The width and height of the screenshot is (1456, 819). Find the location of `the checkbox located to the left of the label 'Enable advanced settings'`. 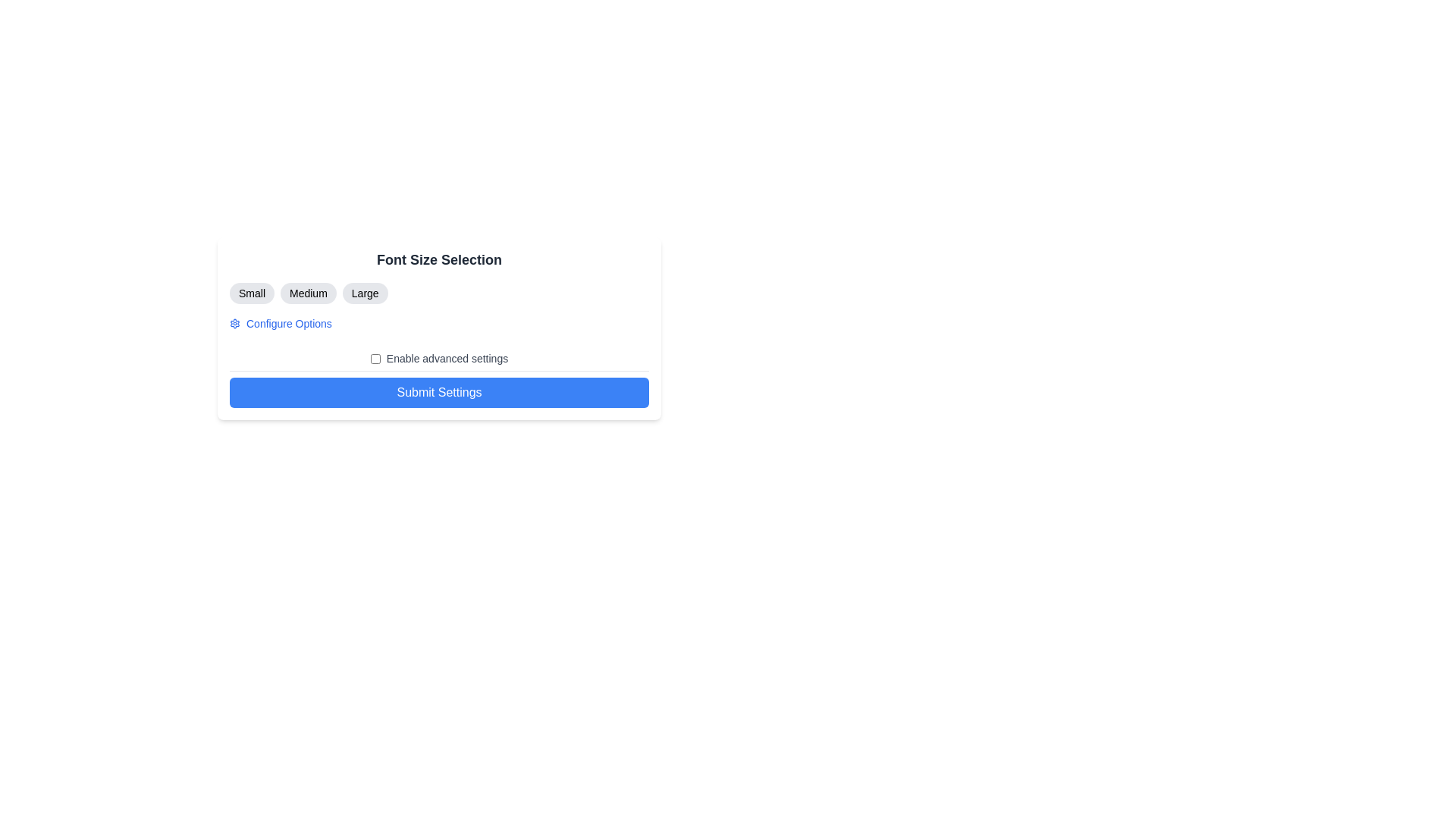

the checkbox located to the left of the label 'Enable advanced settings' is located at coordinates (375, 359).